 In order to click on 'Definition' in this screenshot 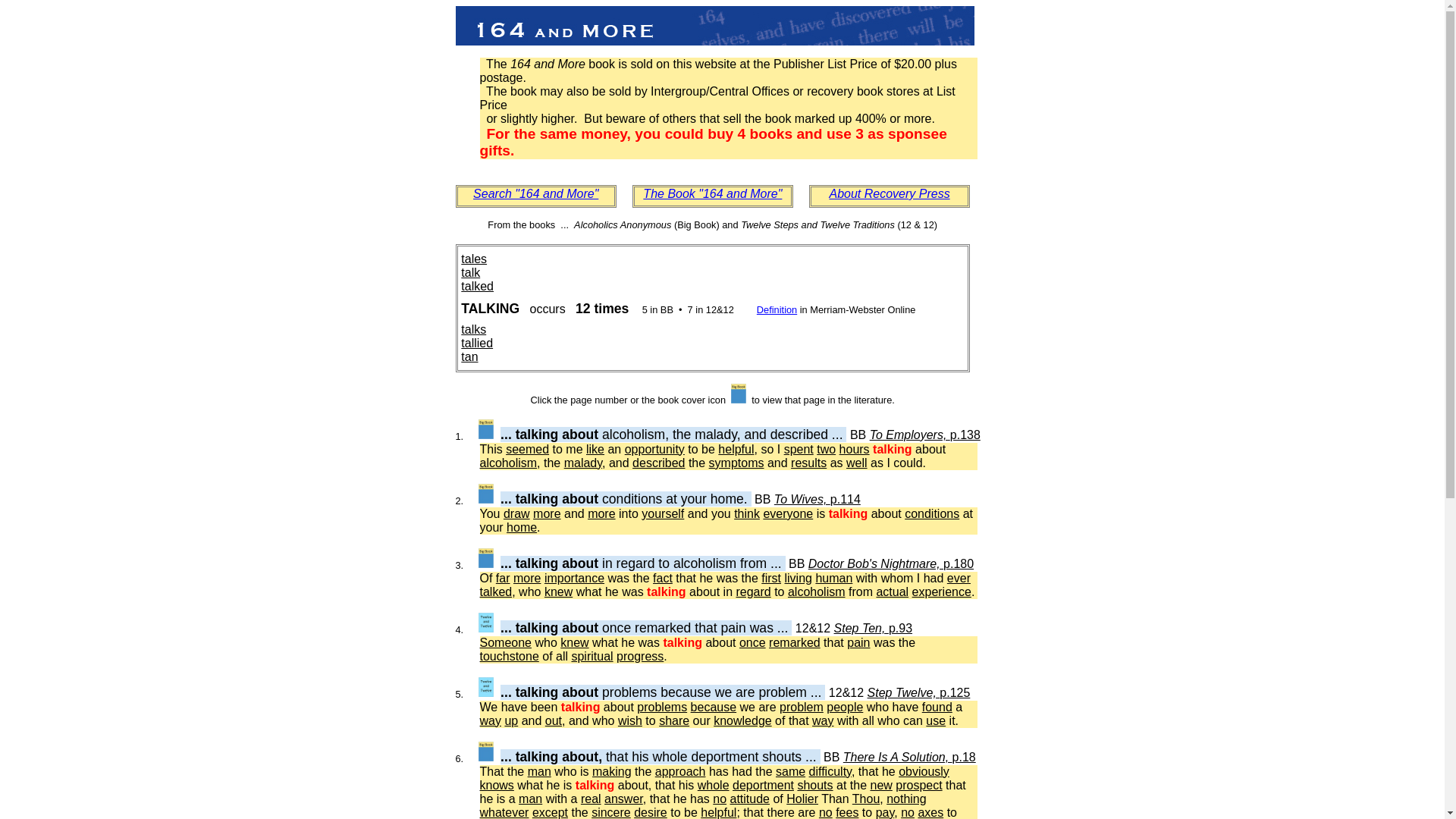, I will do `click(777, 309)`.